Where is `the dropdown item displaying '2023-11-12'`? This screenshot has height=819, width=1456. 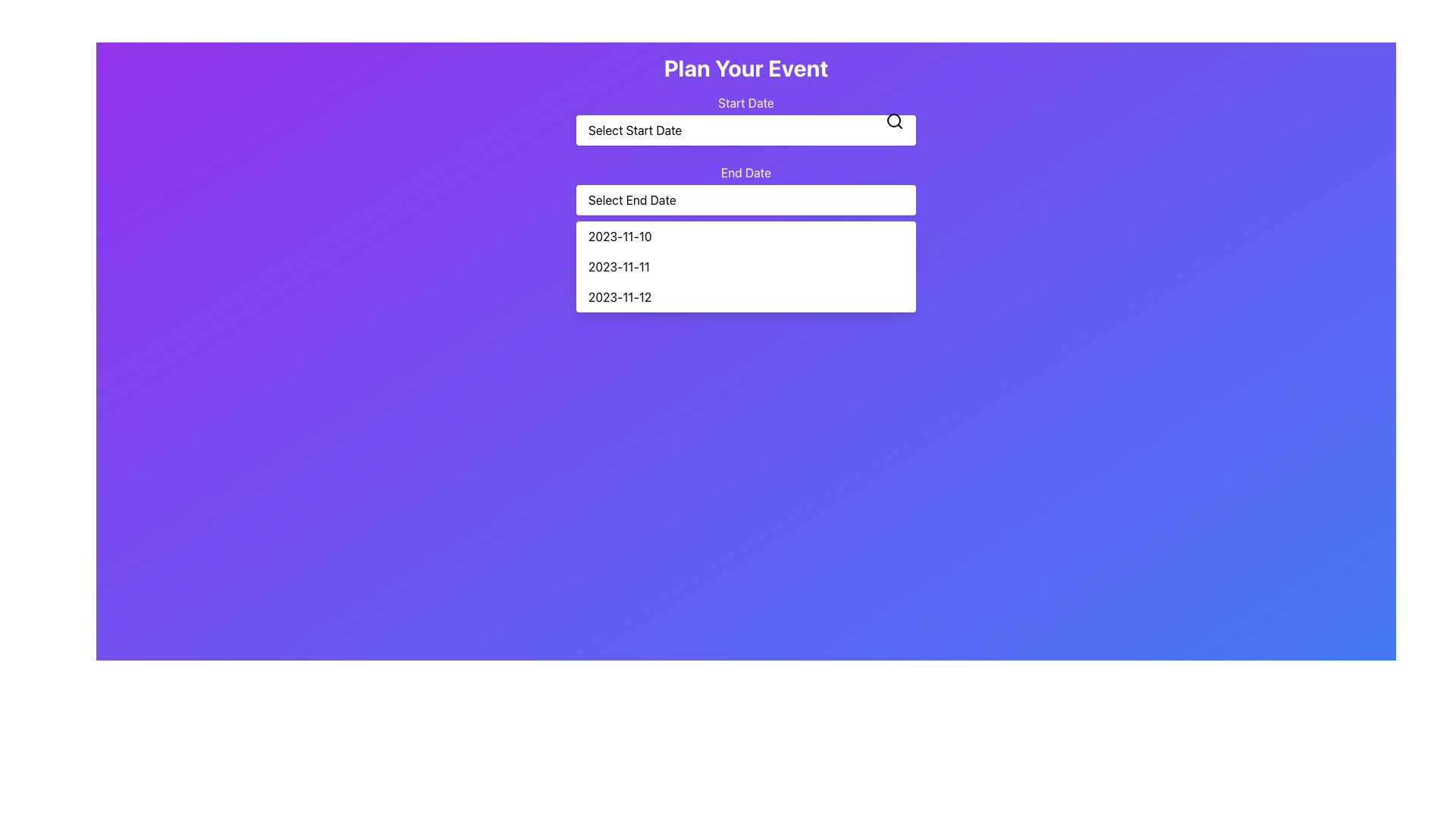 the dropdown item displaying '2023-11-12' is located at coordinates (745, 297).